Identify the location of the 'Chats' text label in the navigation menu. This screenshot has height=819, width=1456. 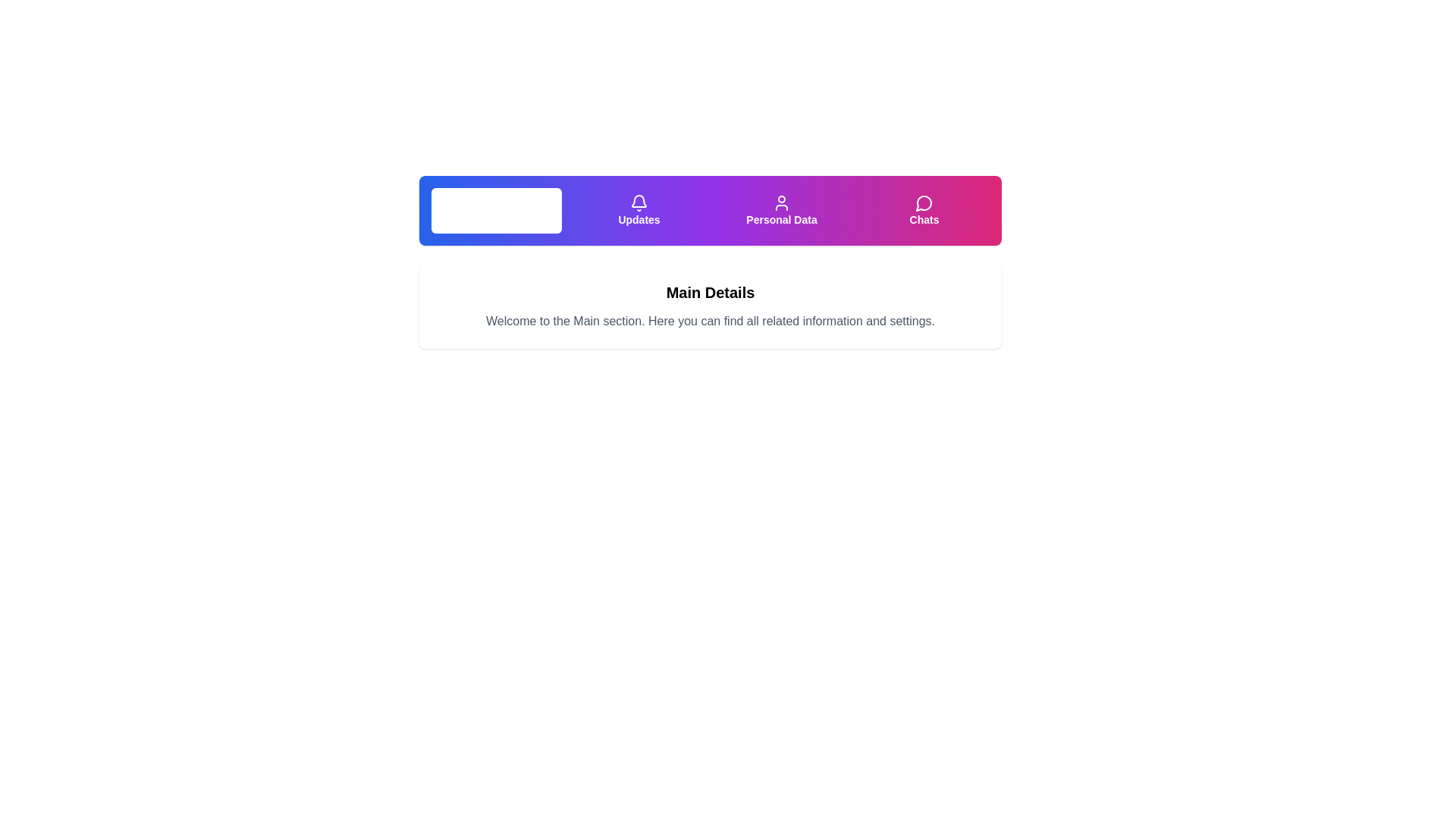
(924, 219).